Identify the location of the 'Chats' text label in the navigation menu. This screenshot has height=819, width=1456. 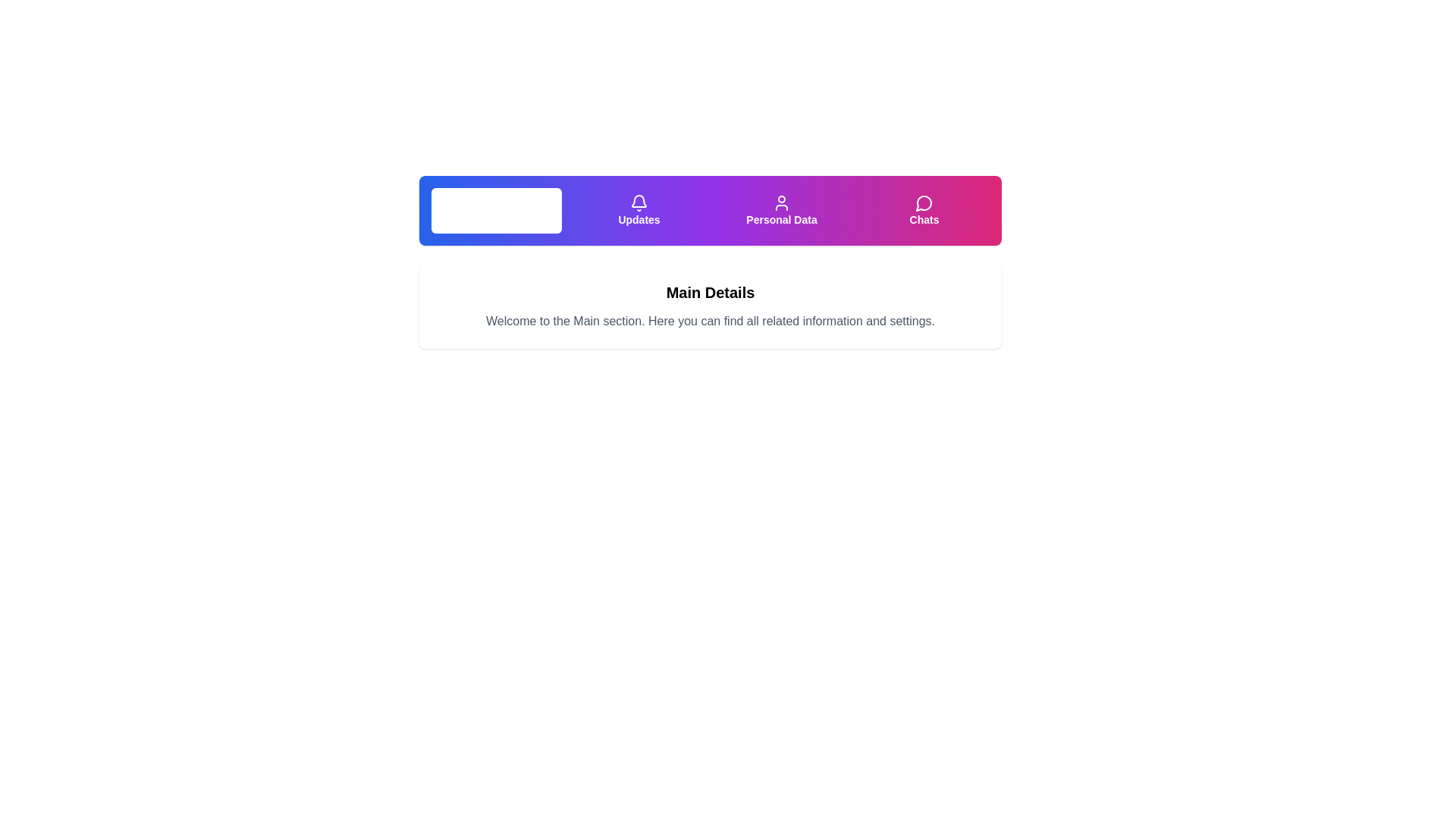
(924, 219).